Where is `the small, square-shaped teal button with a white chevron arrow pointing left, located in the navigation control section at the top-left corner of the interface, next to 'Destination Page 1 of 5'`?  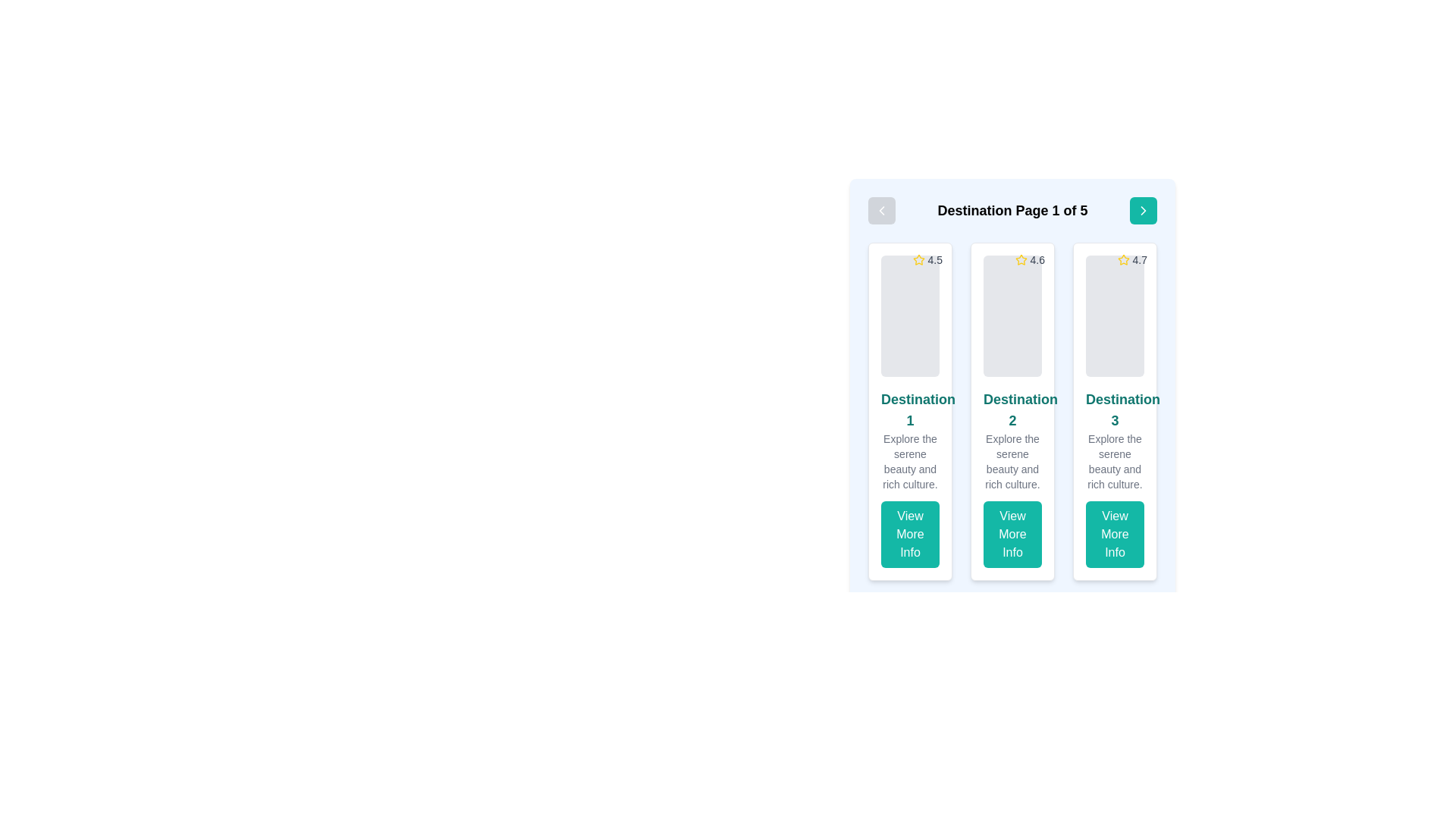 the small, square-shaped teal button with a white chevron arrow pointing left, located in the navigation control section at the top-left corner of the interface, next to 'Destination Page 1 of 5' is located at coordinates (881, 210).